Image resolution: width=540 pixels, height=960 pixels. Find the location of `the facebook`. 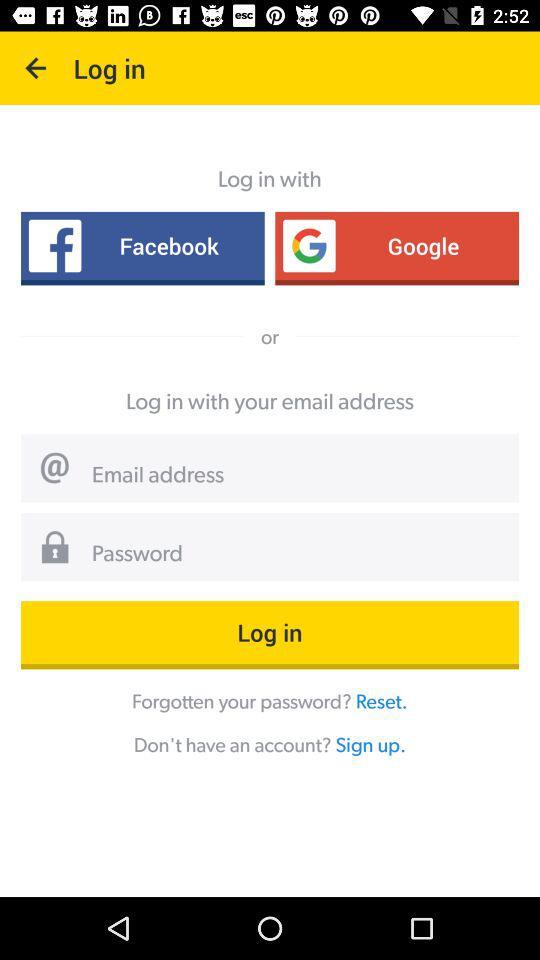

the facebook is located at coordinates (141, 244).